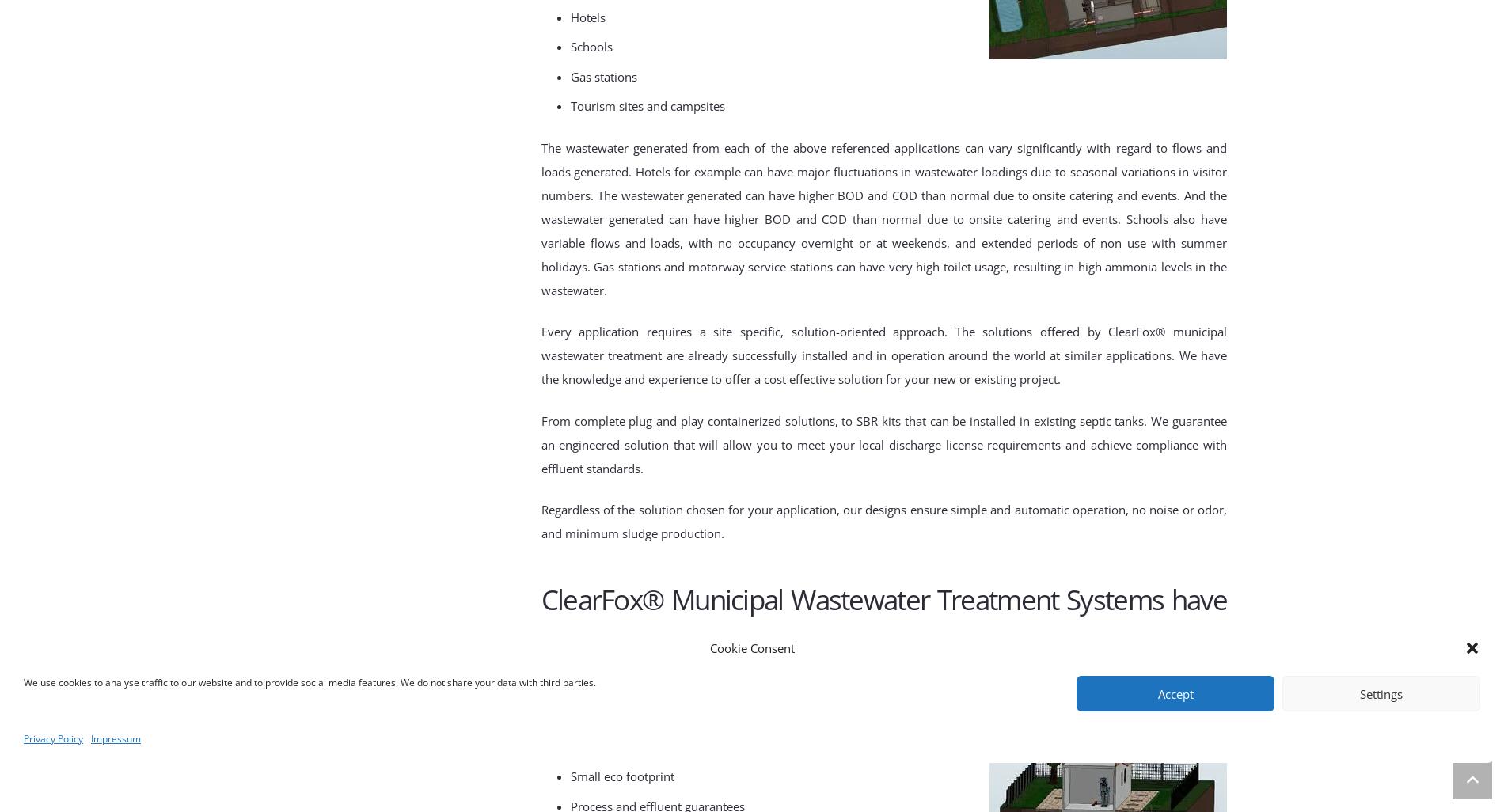 The image size is (1504, 812). What do you see at coordinates (883, 157) in the screenshot?
I see `'The wastewater generated from each of the above referenced applications can vary significantly with regard to flows and loads generated. Hotels for example can have ma'` at bounding box center [883, 157].